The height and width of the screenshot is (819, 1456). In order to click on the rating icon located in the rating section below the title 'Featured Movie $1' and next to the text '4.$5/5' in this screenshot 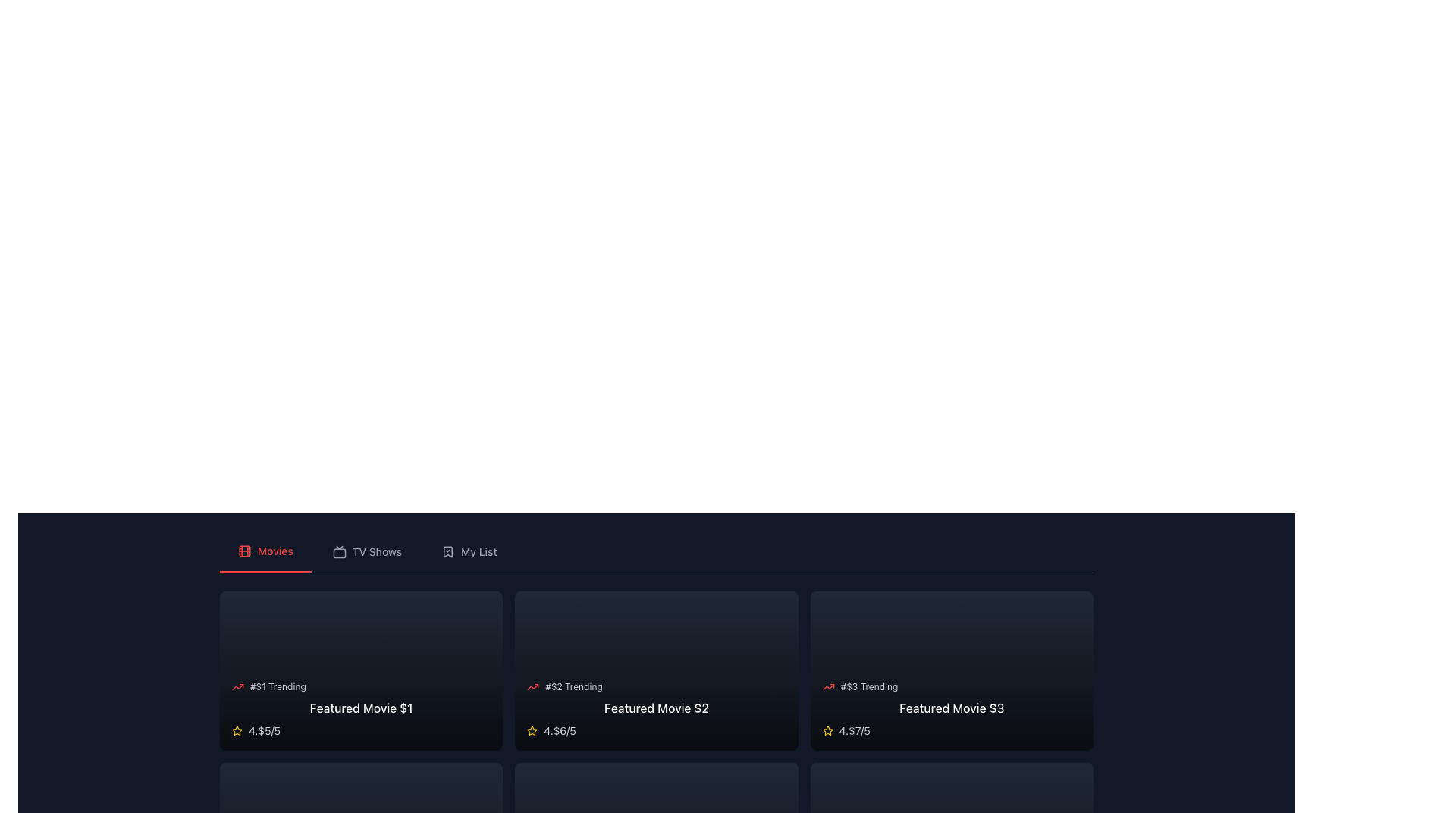, I will do `click(236, 730)`.